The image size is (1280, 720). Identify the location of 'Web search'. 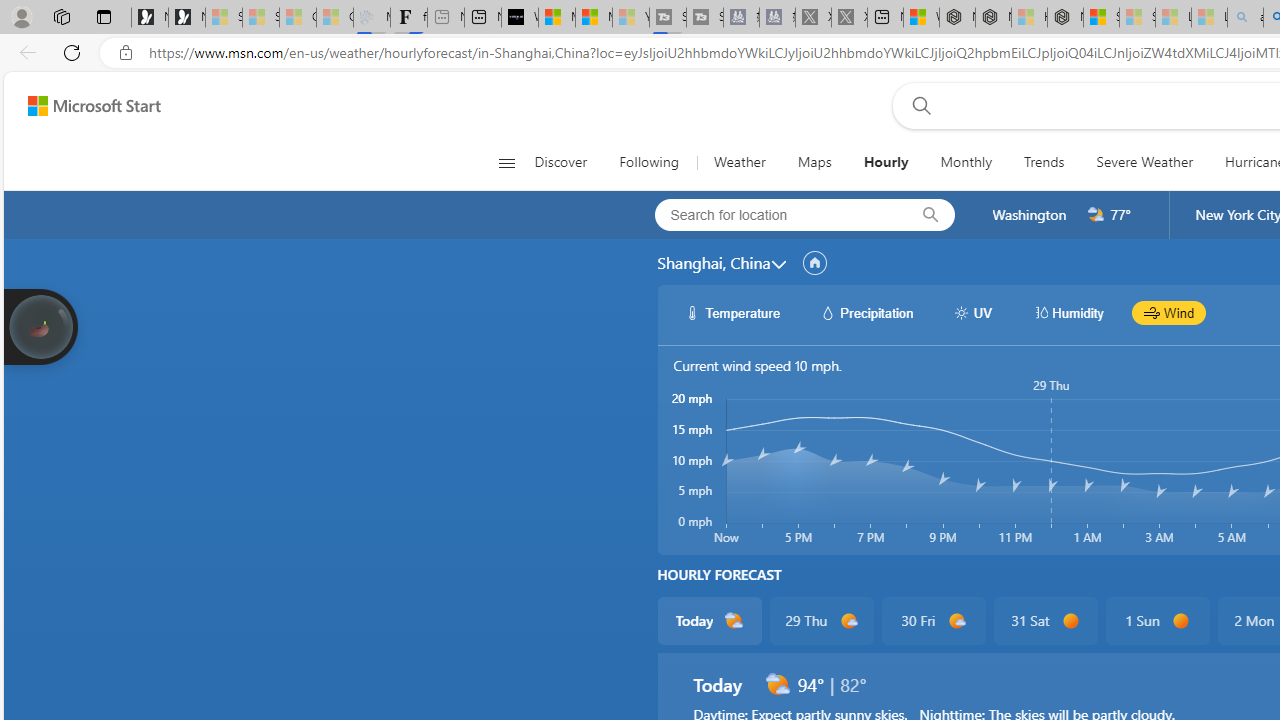
(916, 105).